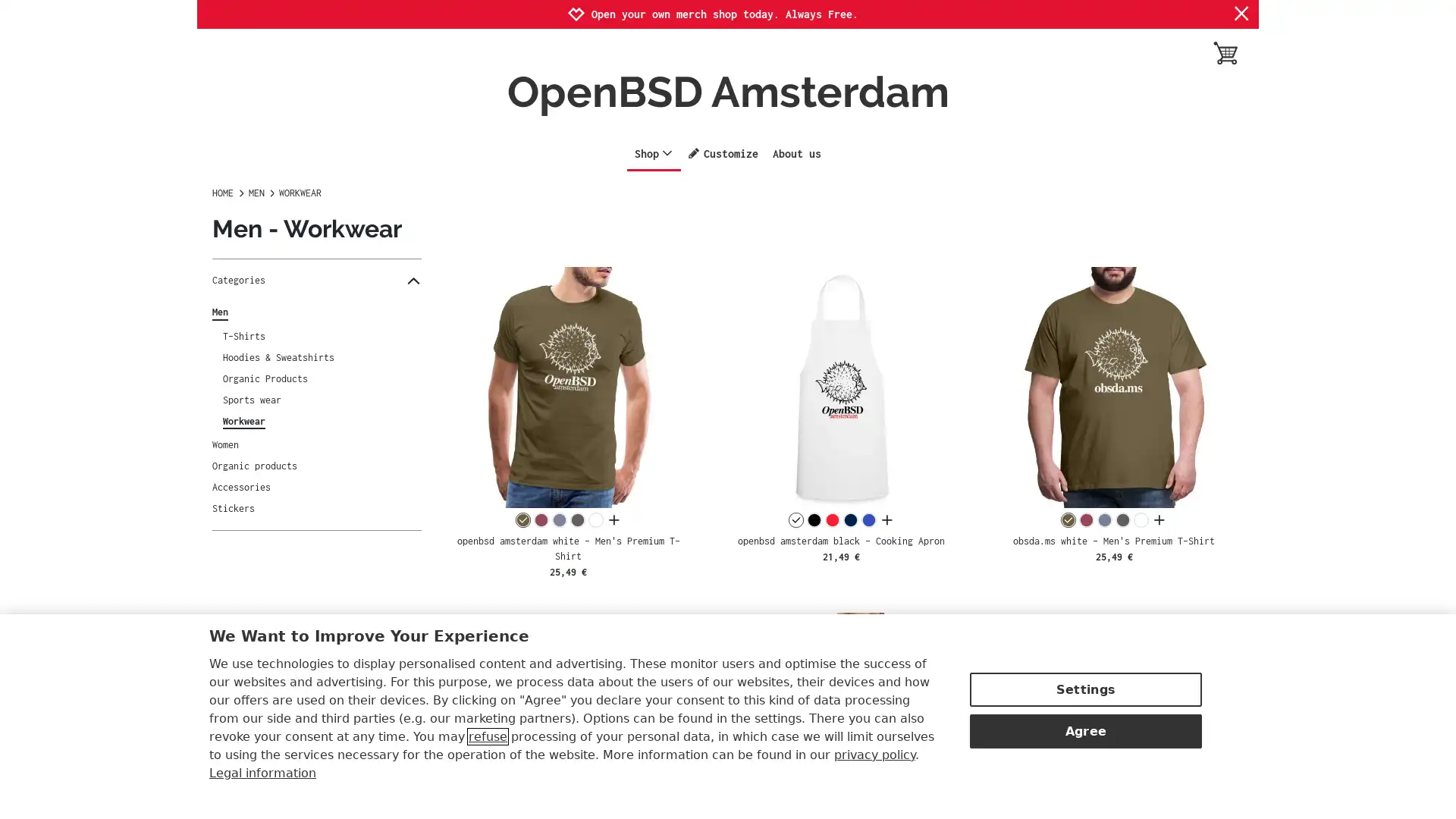 The width and height of the screenshot is (1456, 819). Describe the element at coordinates (1105, 519) in the screenshot. I see `heather blue` at that location.